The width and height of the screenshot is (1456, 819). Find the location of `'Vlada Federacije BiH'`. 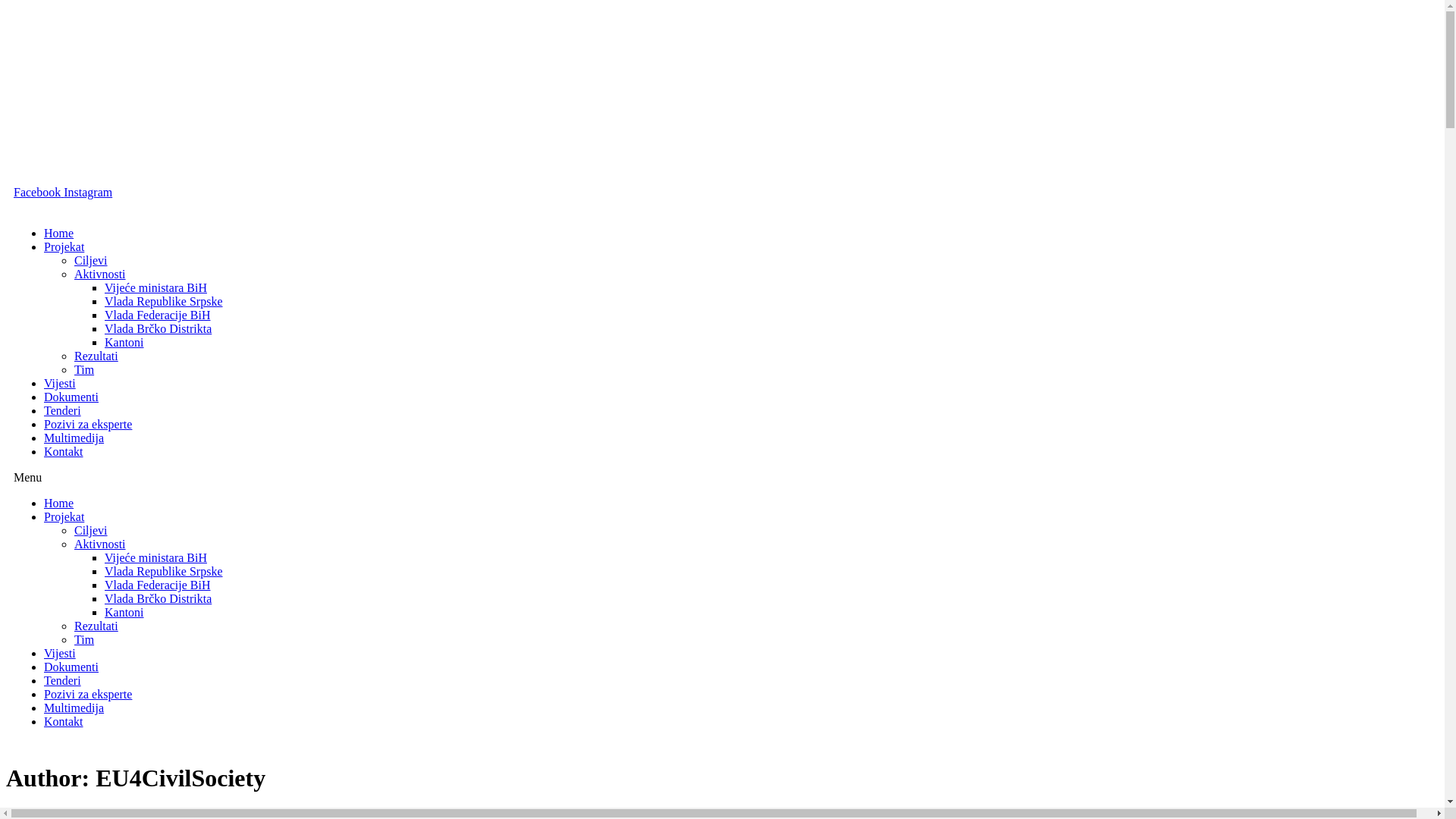

'Vlada Federacije BiH' is located at coordinates (157, 584).